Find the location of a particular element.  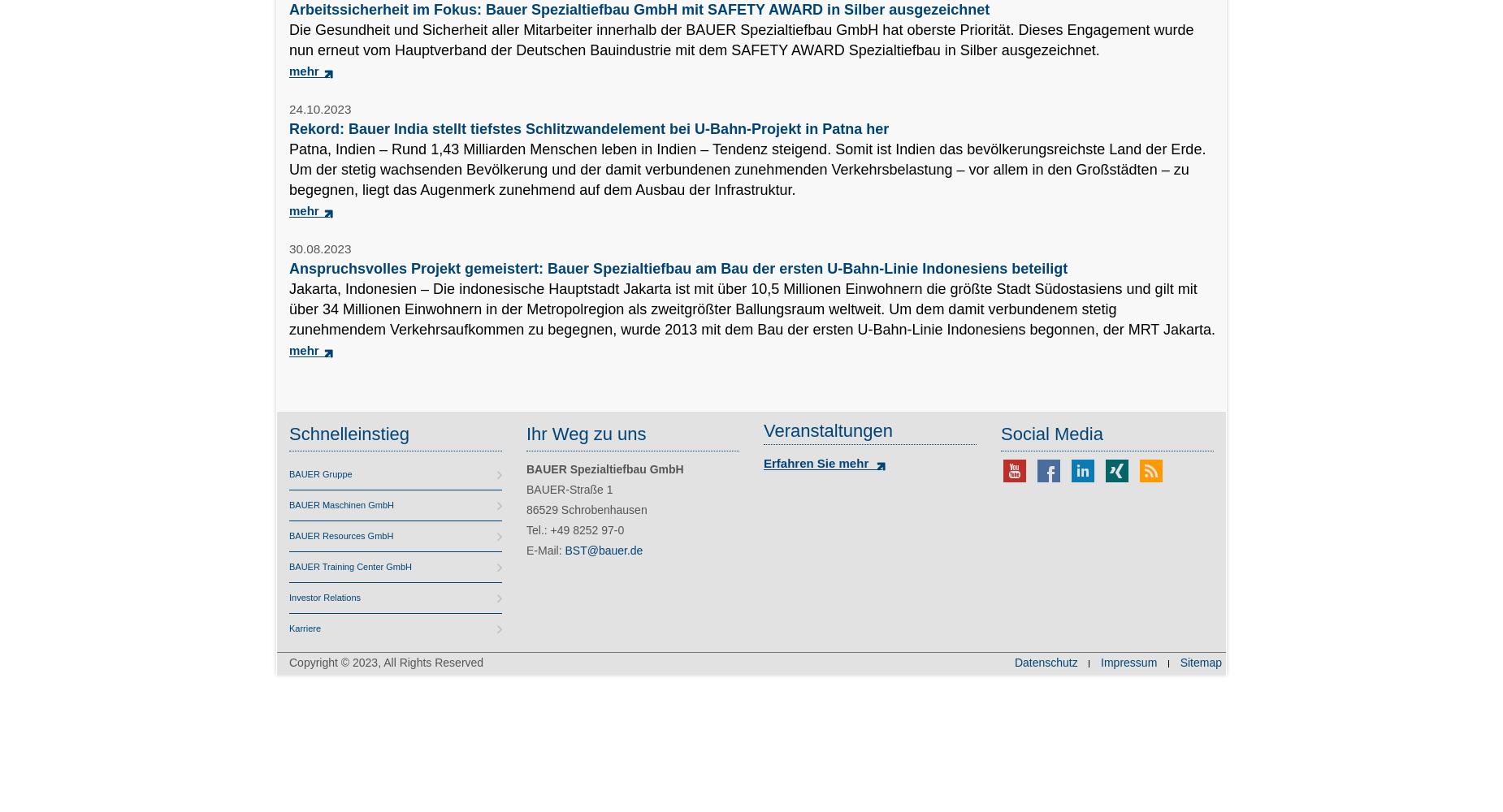

'BAUER Gruppe' is located at coordinates (288, 473).